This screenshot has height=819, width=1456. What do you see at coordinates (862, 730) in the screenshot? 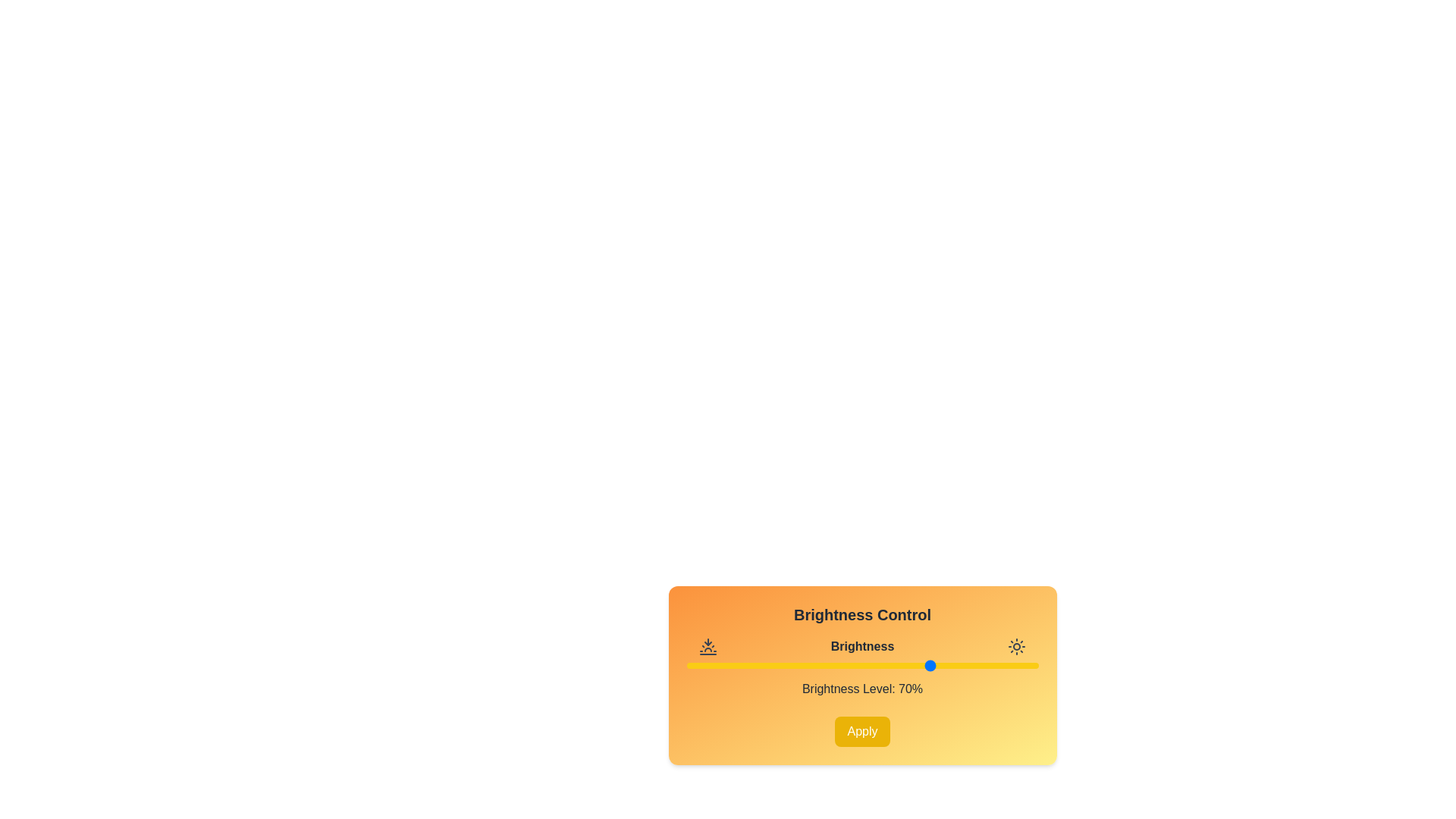
I see `the 'Apply' button to confirm the brightness level` at bounding box center [862, 730].